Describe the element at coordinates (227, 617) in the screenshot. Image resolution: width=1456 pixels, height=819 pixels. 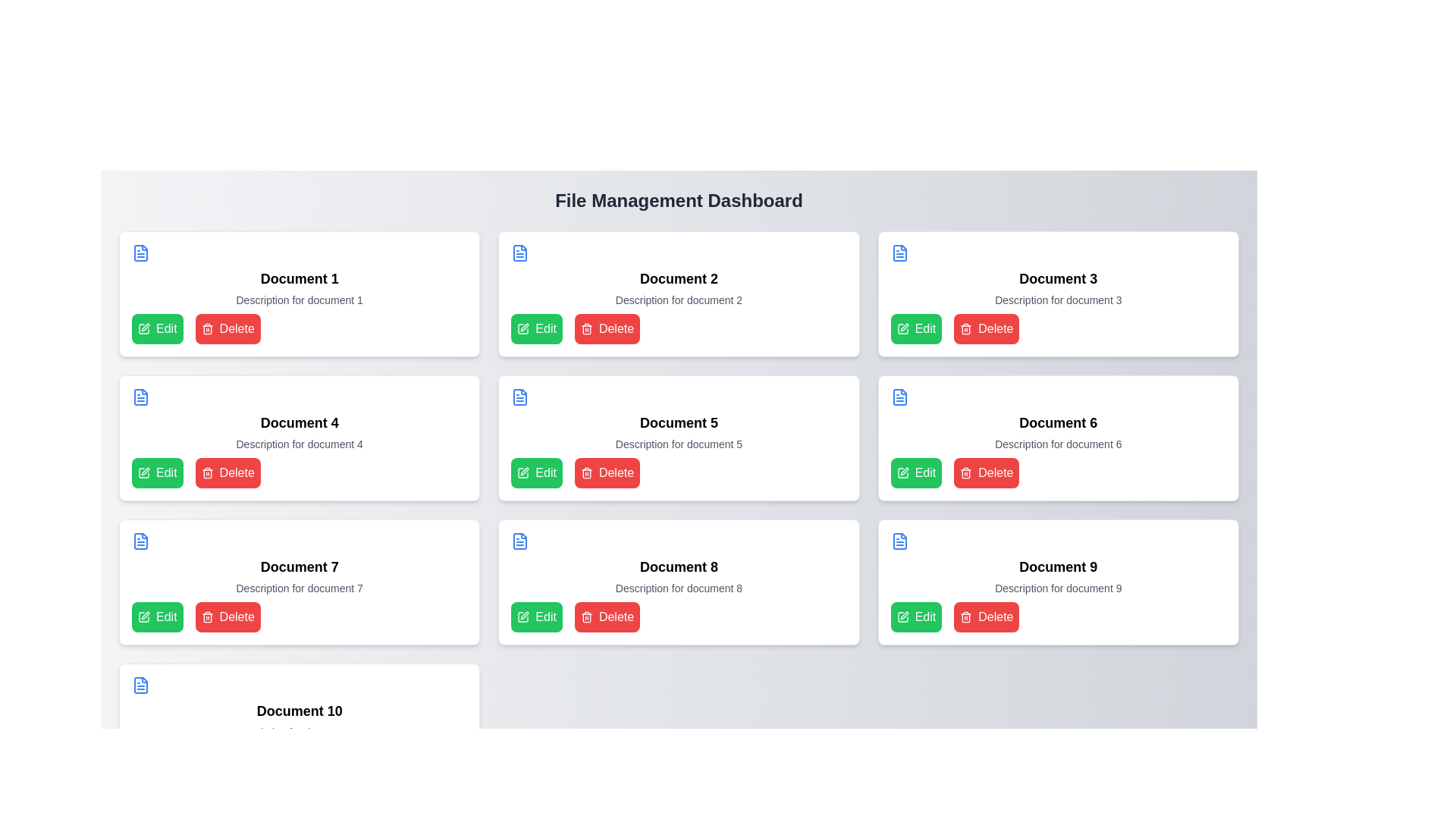
I see `the 'Delete' button located in the bottom section of 'Document 7', which is the second button to the right of the 'Edit' button` at that location.